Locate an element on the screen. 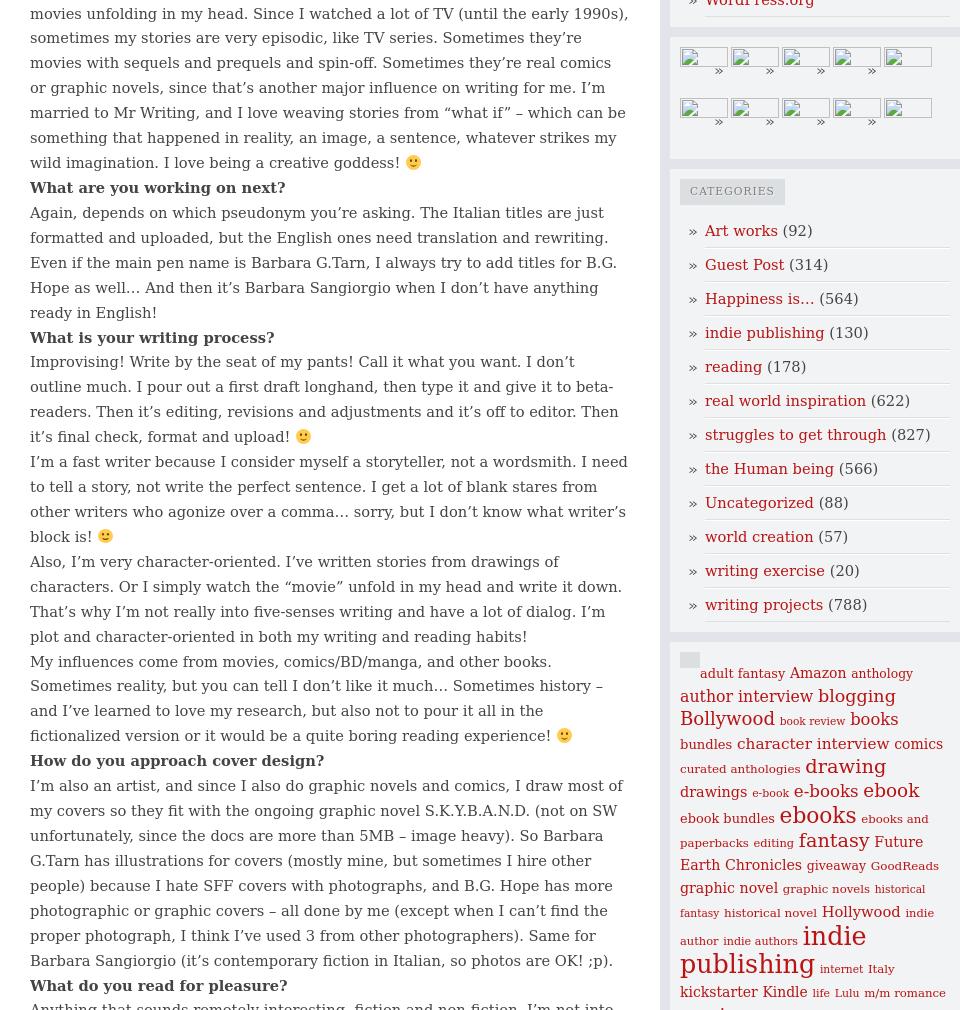 This screenshot has width=960, height=1010. 'What are you working on next?' is located at coordinates (28, 186).